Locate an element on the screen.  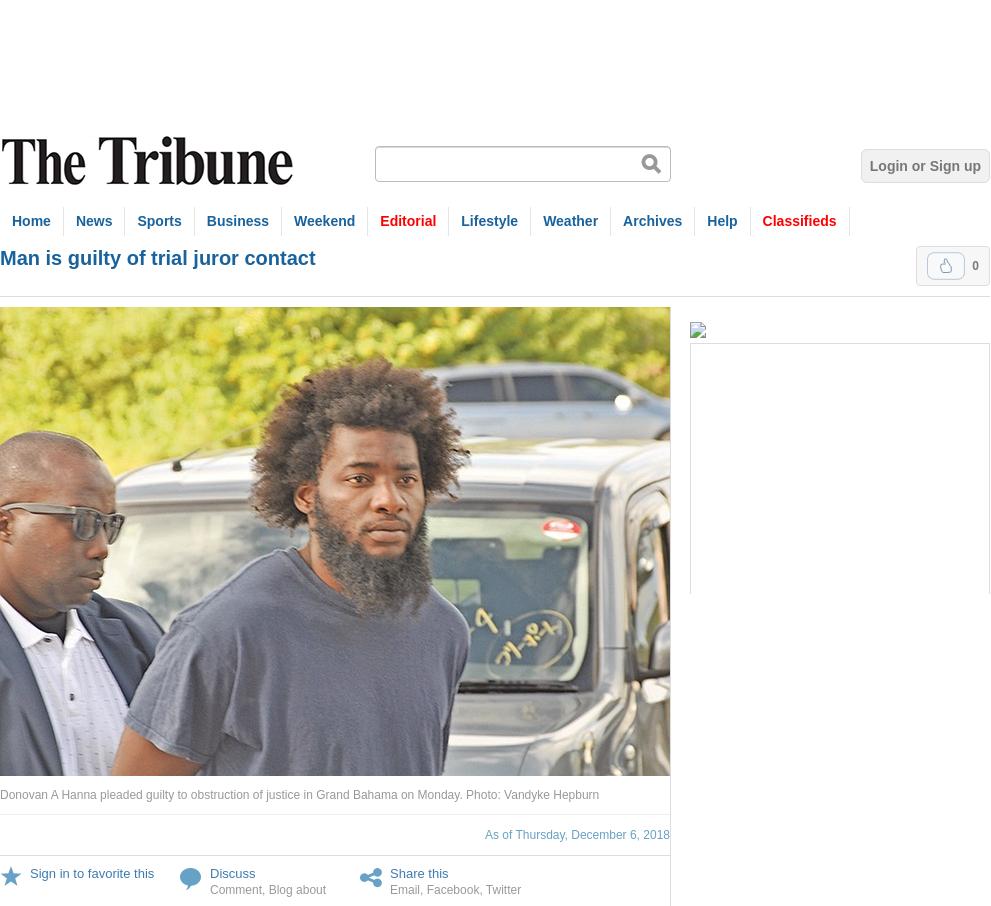
'Sports' is located at coordinates (158, 219).